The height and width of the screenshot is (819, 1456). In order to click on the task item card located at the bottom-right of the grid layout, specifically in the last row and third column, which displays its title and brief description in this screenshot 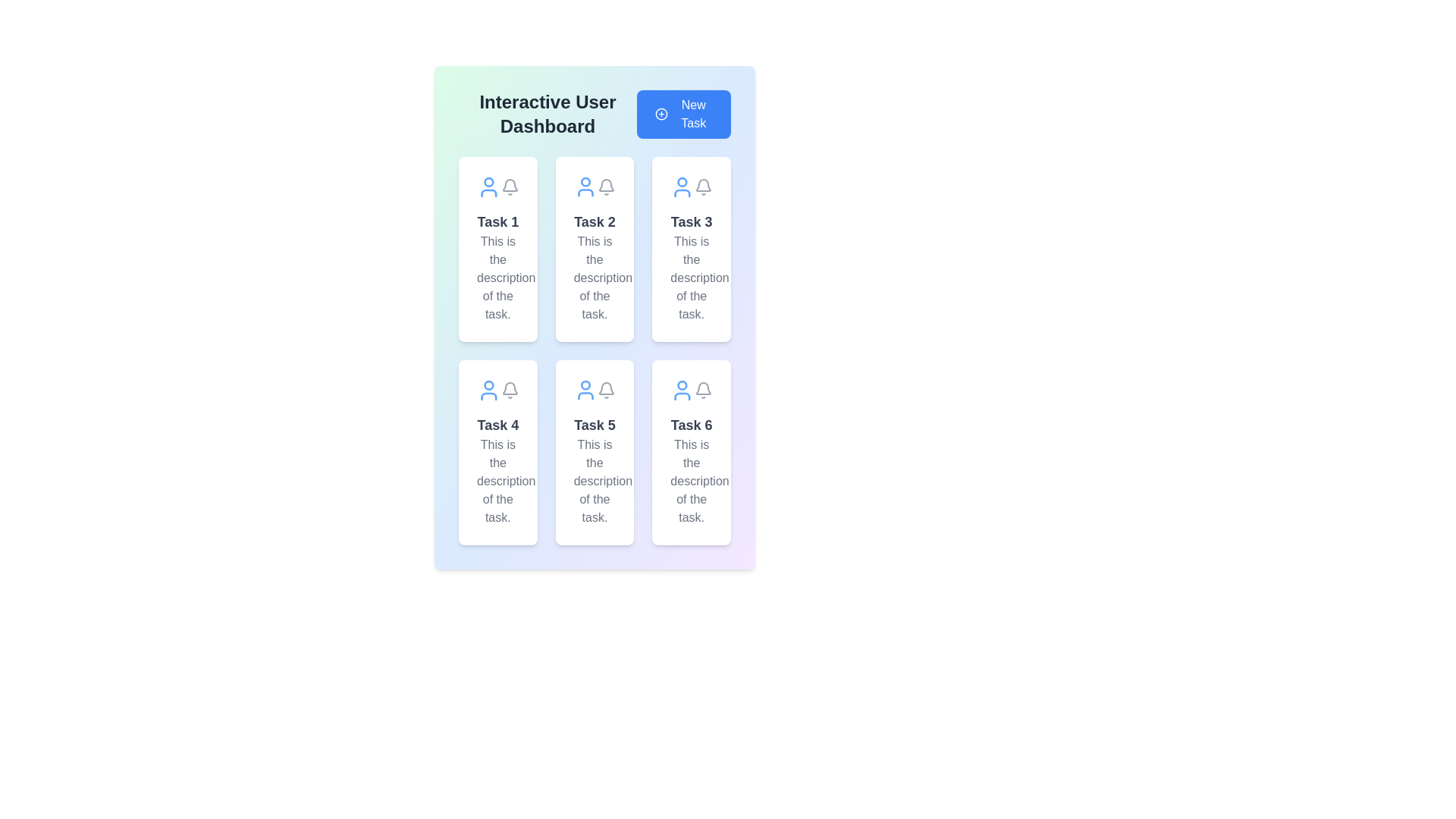, I will do `click(691, 452)`.